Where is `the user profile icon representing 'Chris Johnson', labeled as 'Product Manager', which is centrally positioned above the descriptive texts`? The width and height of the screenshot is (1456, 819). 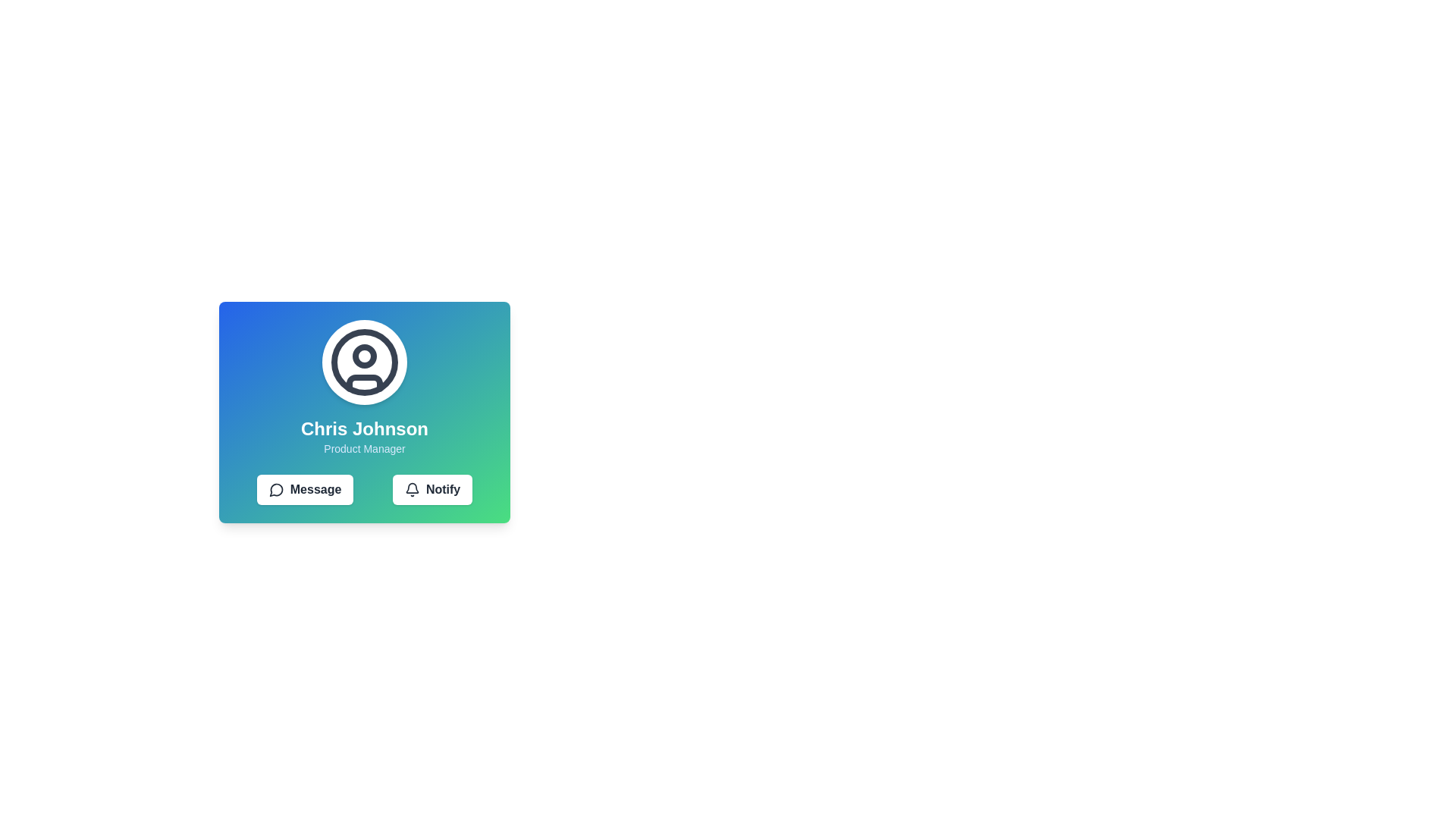 the user profile icon representing 'Chris Johnson', labeled as 'Product Manager', which is centrally positioned above the descriptive texts is located at coordinates (364, 362).